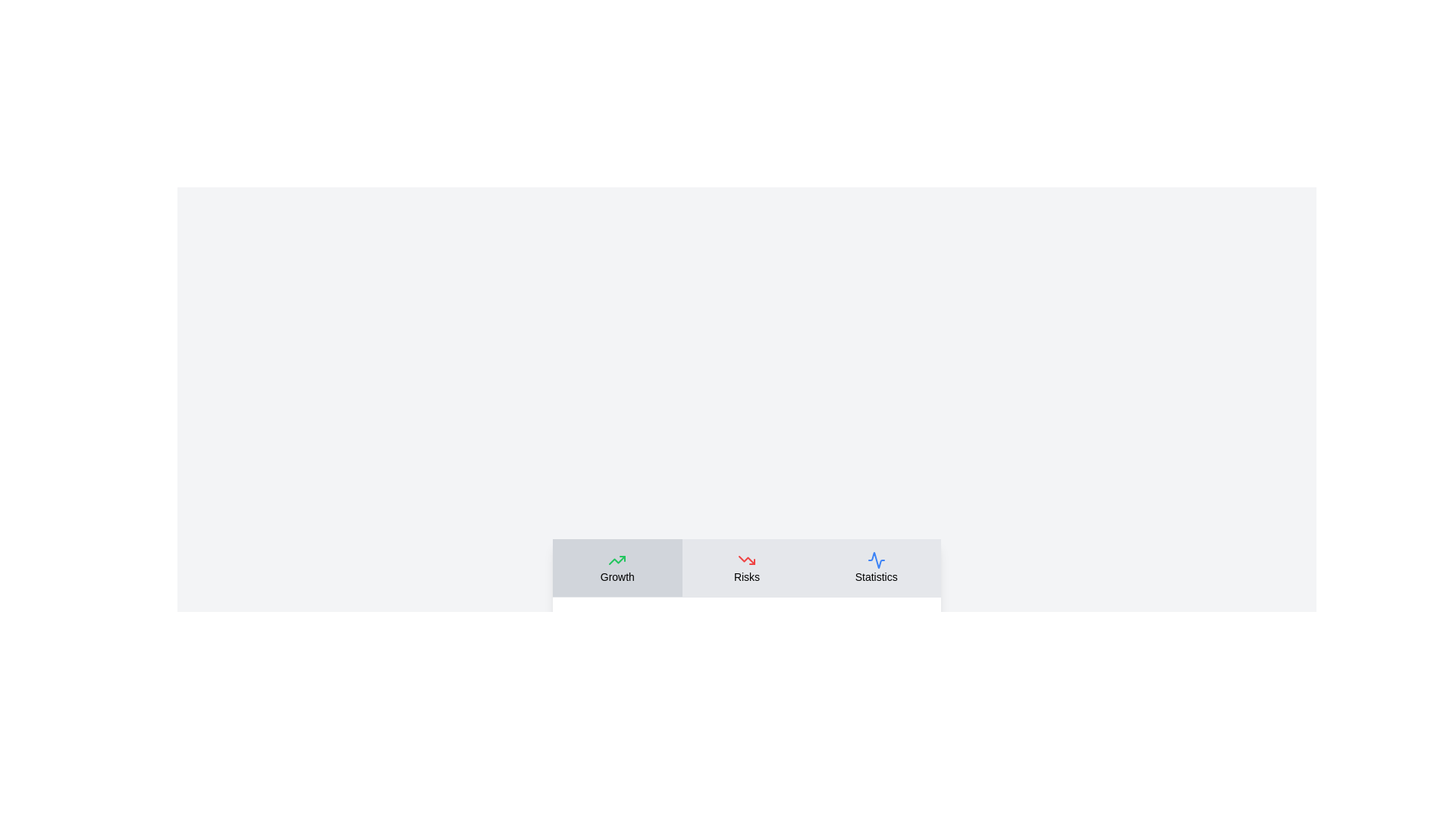 This screenshot has width=1456, height=819. What do you see at coordinates (746, 567) in the screenshot?
I see `the tab labeled Risks to observe its visual change` at bounding box center [746, 567].